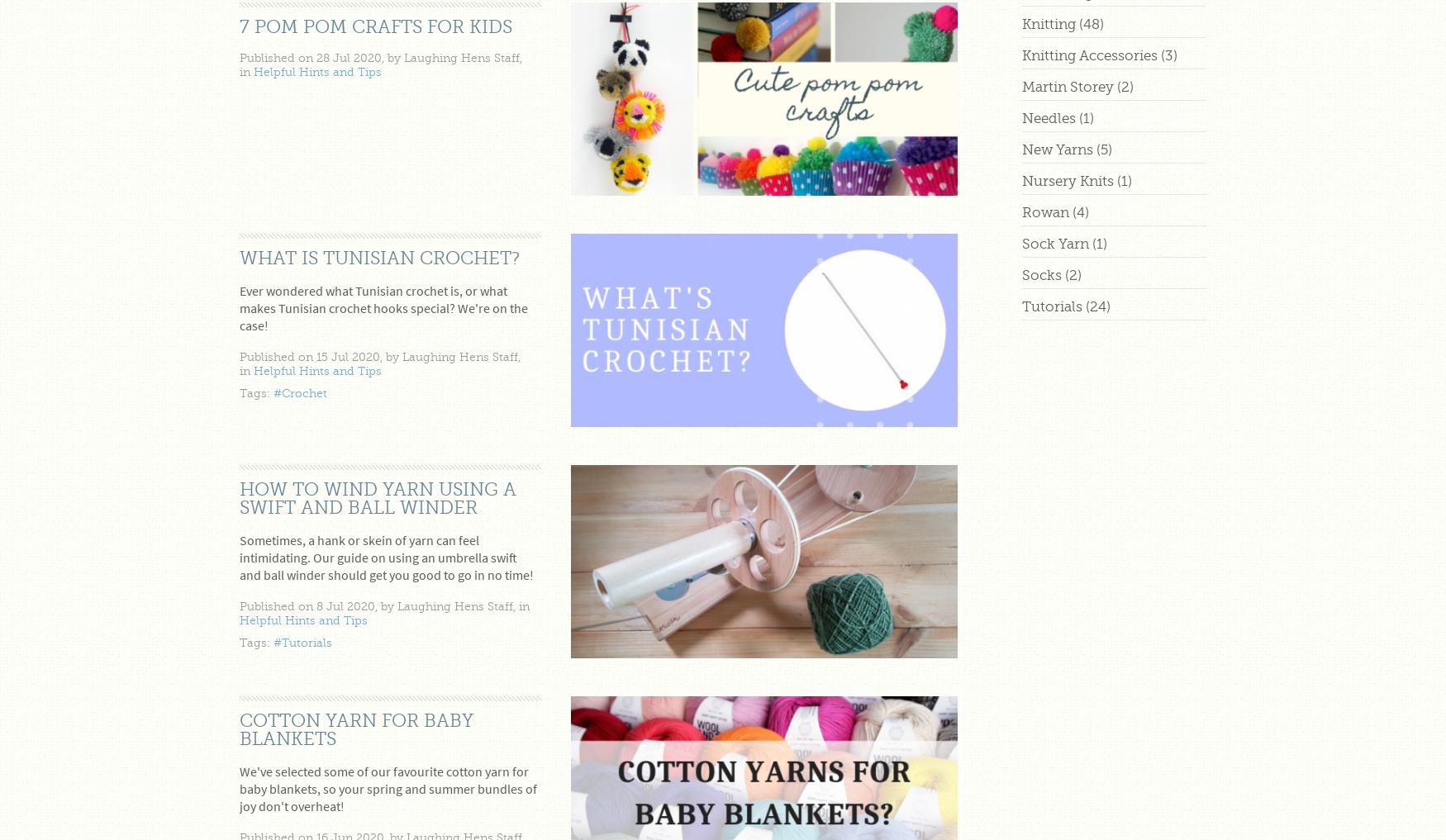 The width and height of the screenshot is (1446, 840). Describe the element at coordinates (238, 258) in the screenshot. I see `'What is Tunisian crochet?'` at that location.